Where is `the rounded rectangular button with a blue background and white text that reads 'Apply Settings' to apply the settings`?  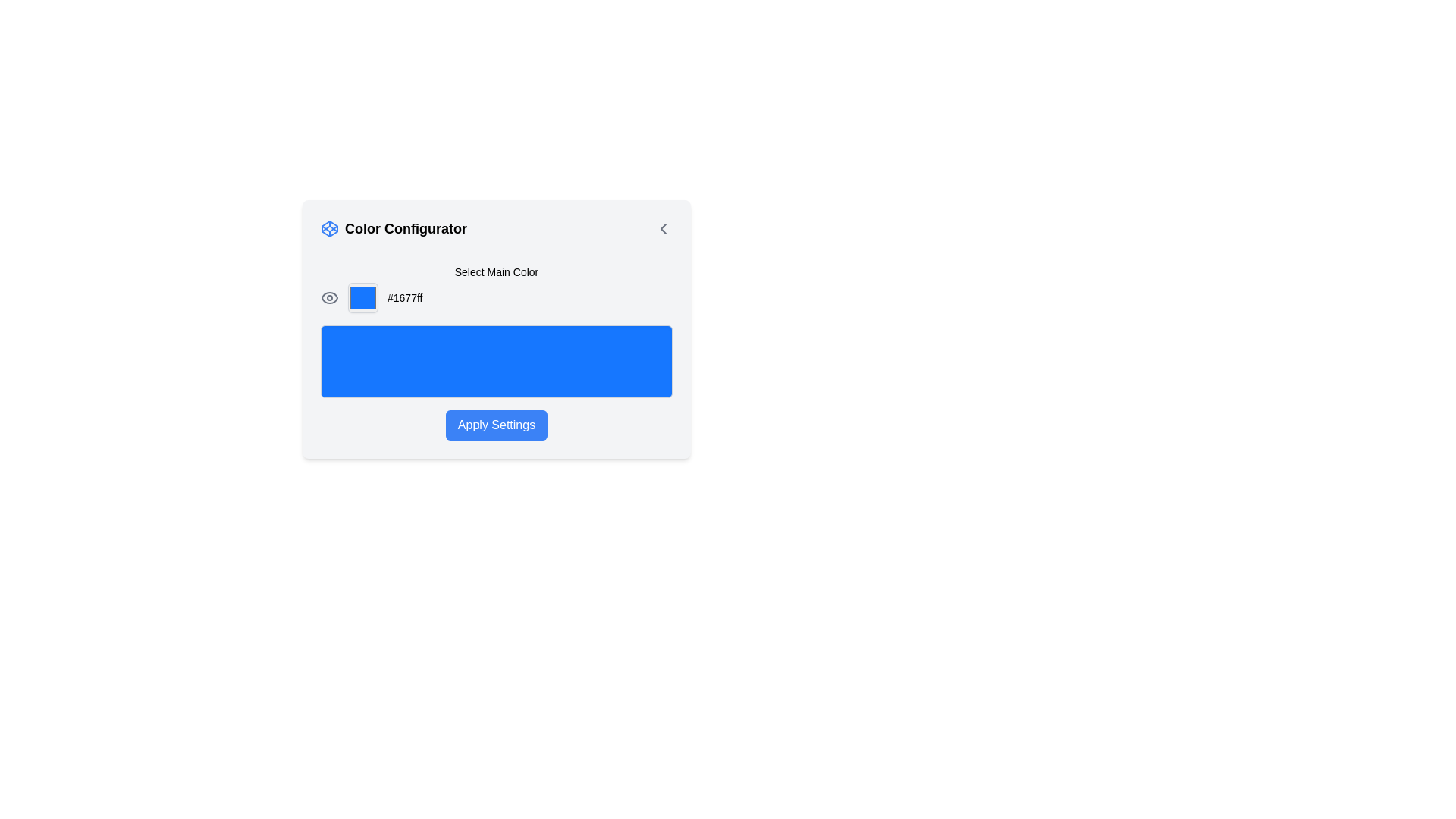 the rounded rectangular button with a blue background and white text that reads 'Apply Settings' to apply the settings is located at coordinates (496, 425).